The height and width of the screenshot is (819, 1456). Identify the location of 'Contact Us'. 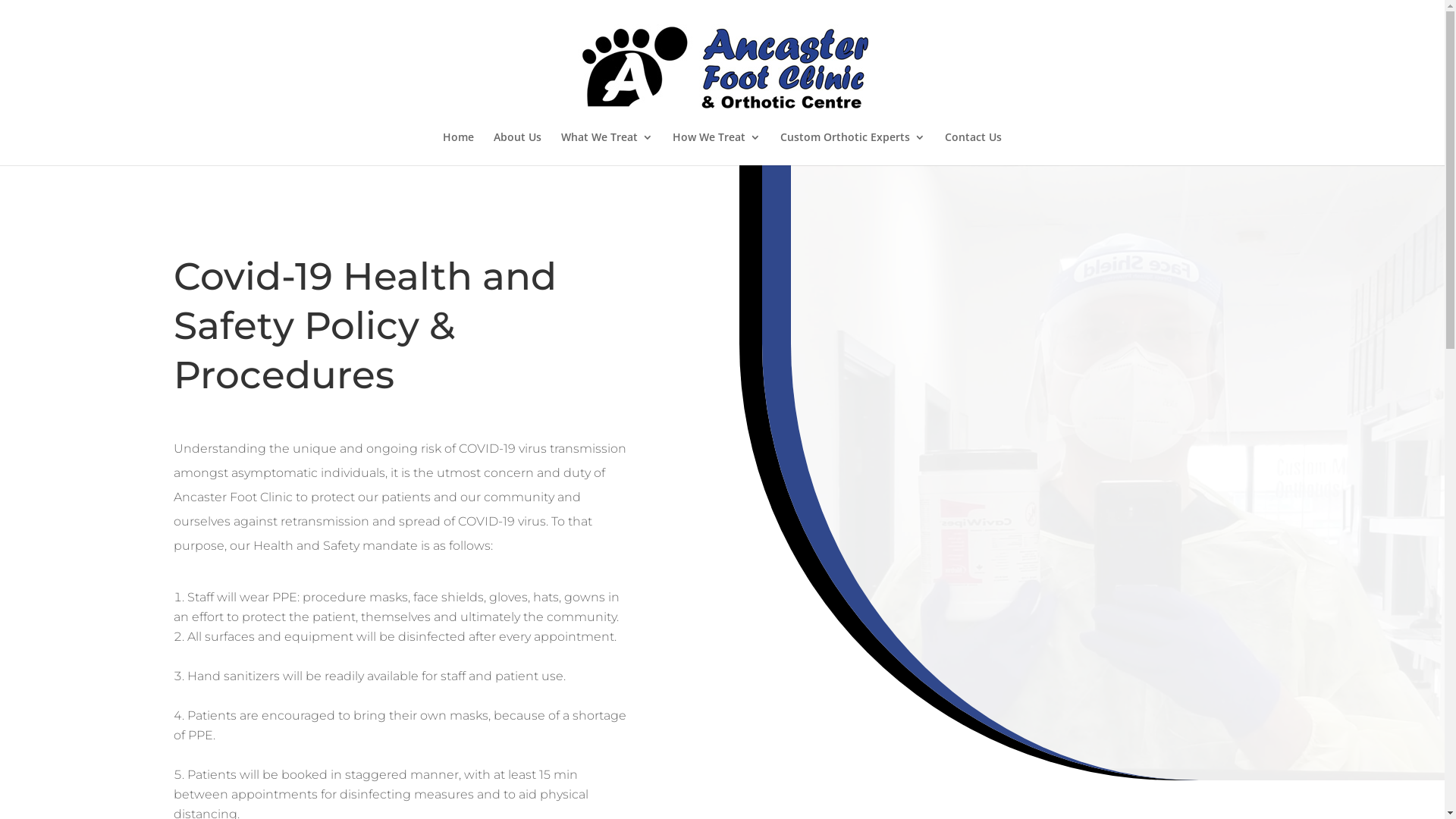
(973, 149).